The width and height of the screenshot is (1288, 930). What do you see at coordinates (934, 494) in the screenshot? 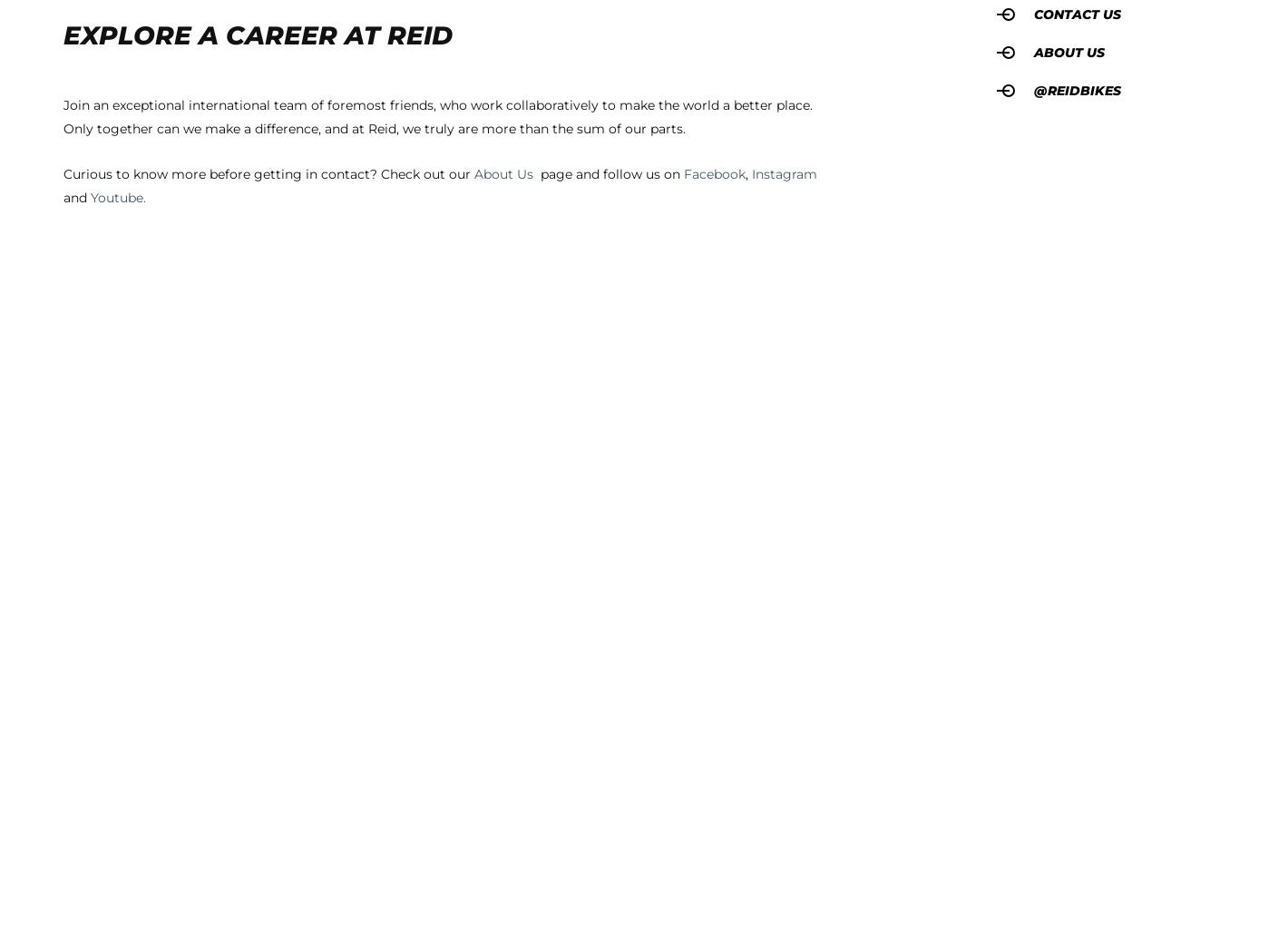
I see `'Custom and Promotional Bikes'` at bounding box center [934, 494].